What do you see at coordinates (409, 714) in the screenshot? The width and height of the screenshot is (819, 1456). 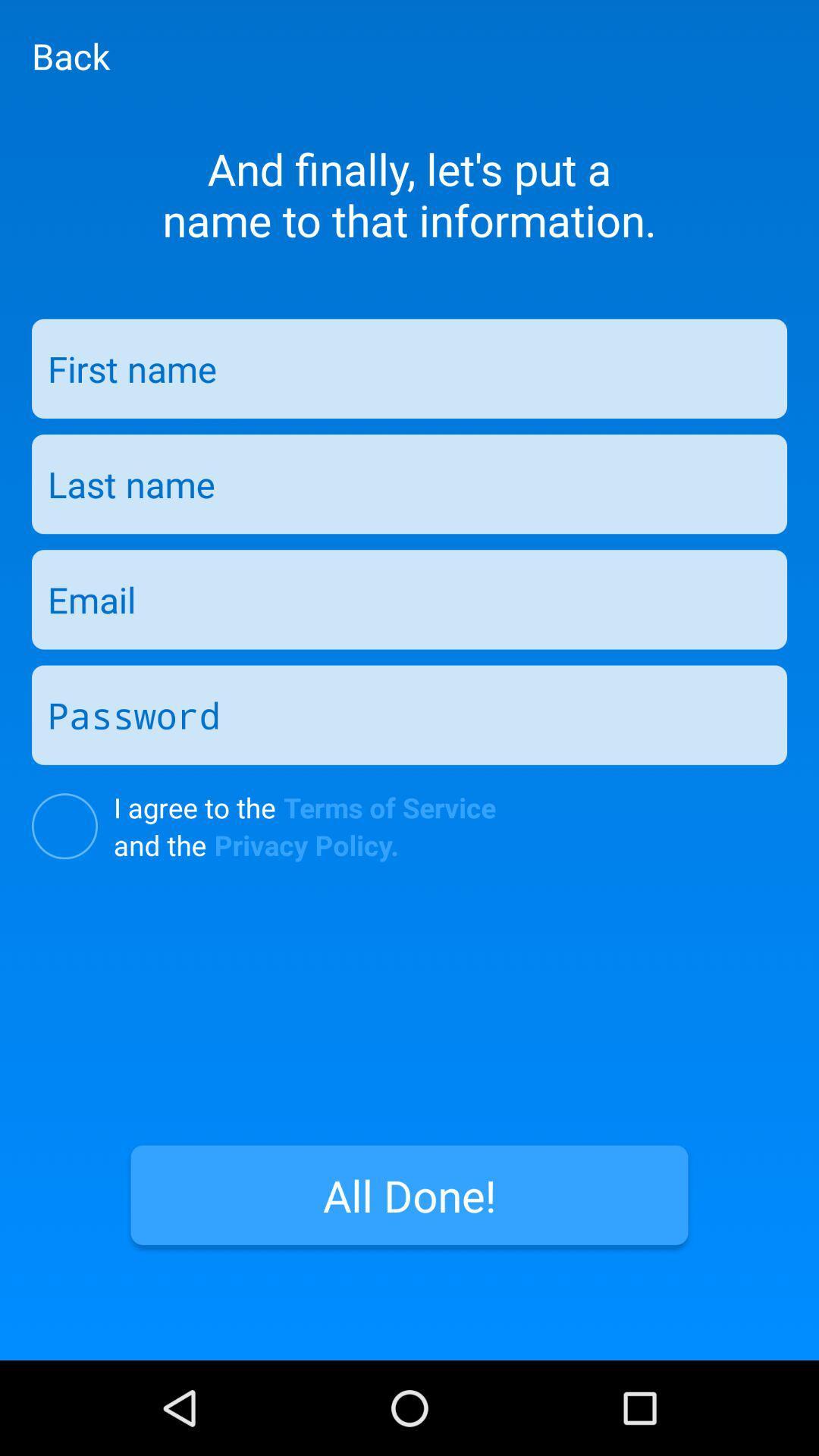 I see `text box` at bounding box center [409, 714].